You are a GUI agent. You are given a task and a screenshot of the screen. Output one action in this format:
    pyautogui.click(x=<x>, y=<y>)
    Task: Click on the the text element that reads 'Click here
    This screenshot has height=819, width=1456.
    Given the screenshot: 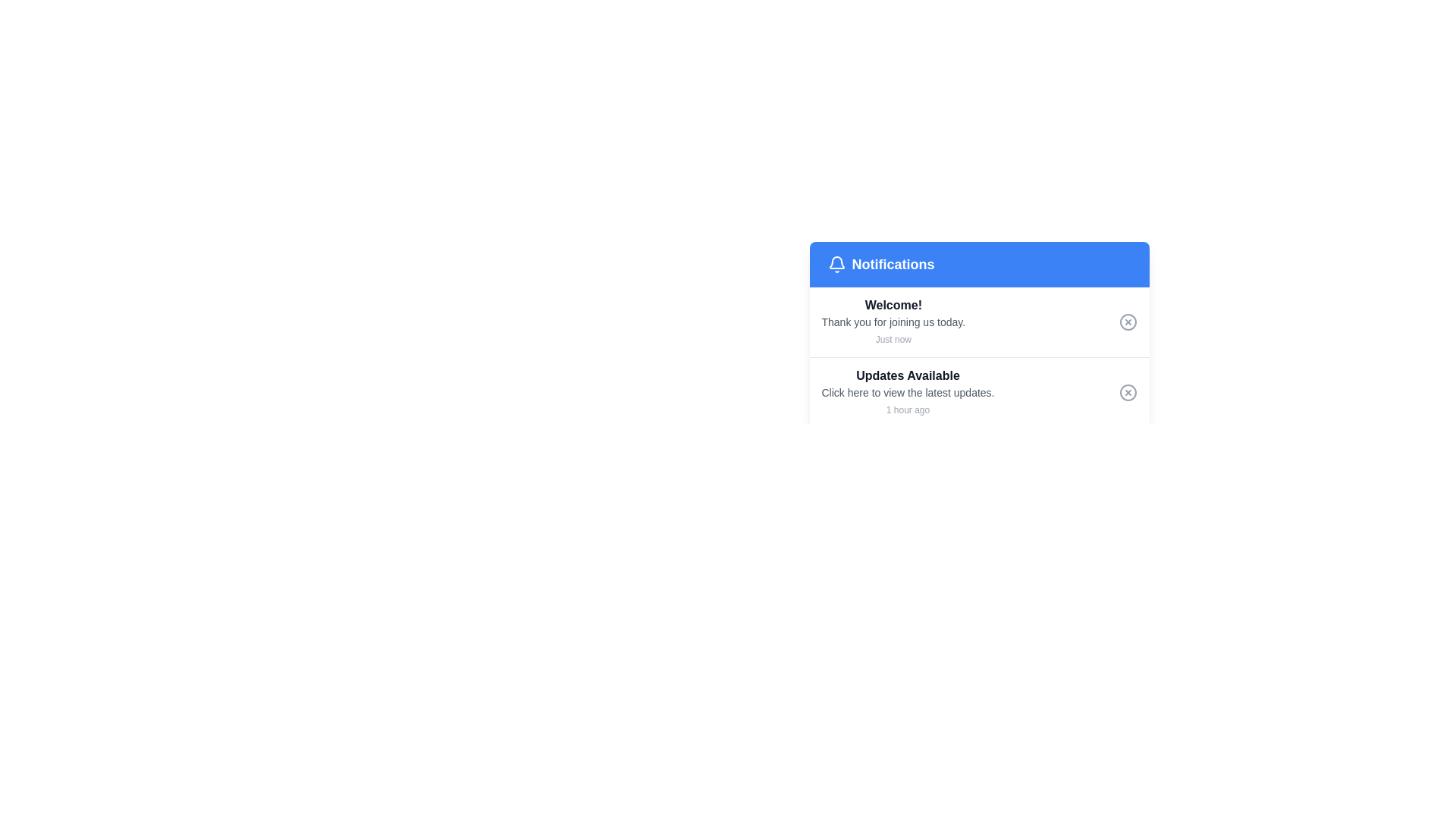 What is the action you would take?
    pyautogui.click(x=908, y=391)
    